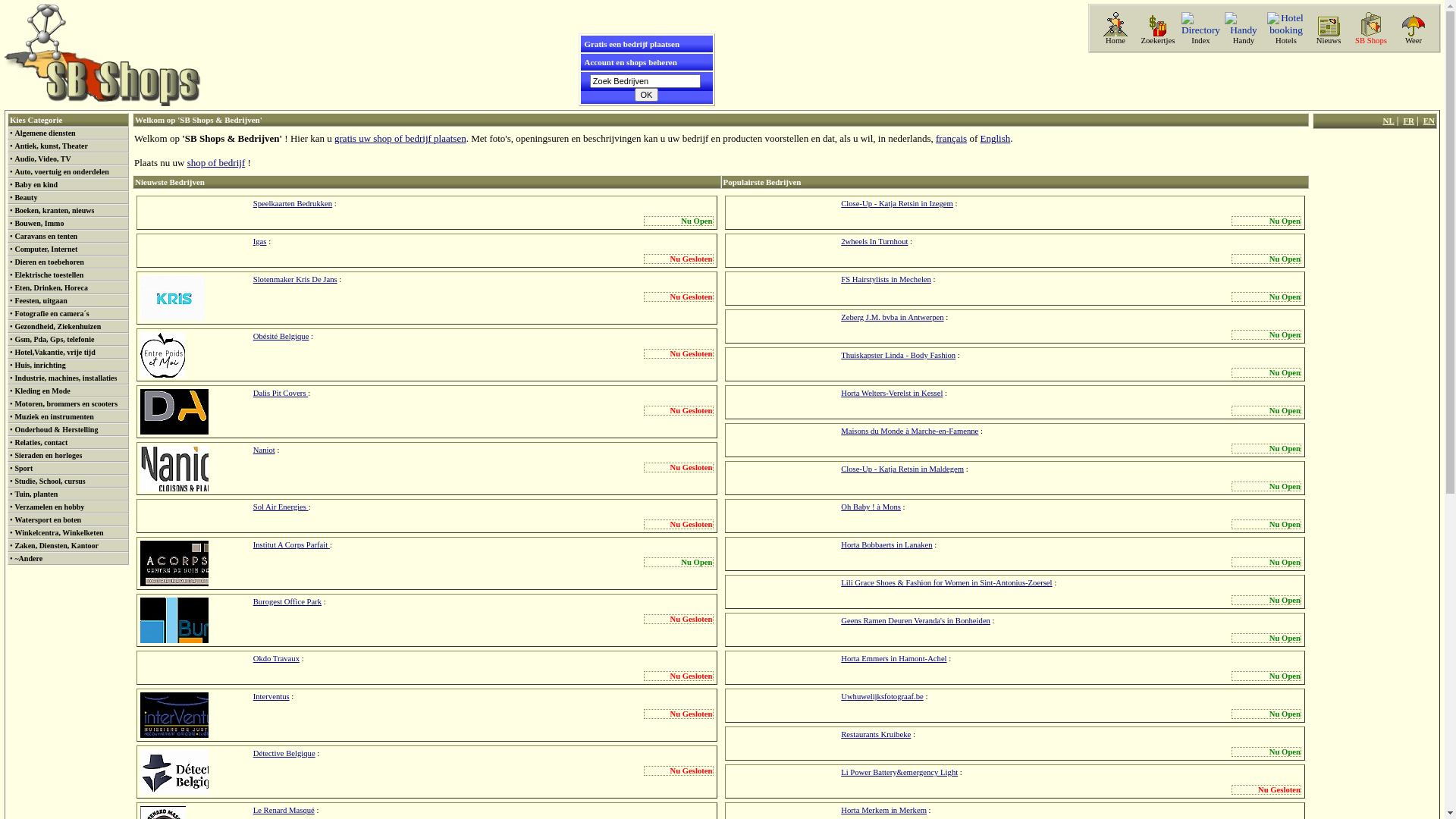  Describe the element at coordinates (896, 202) in the screenshot. I see `'Close-Up - Katja Retsin in Izegem'` at that location.